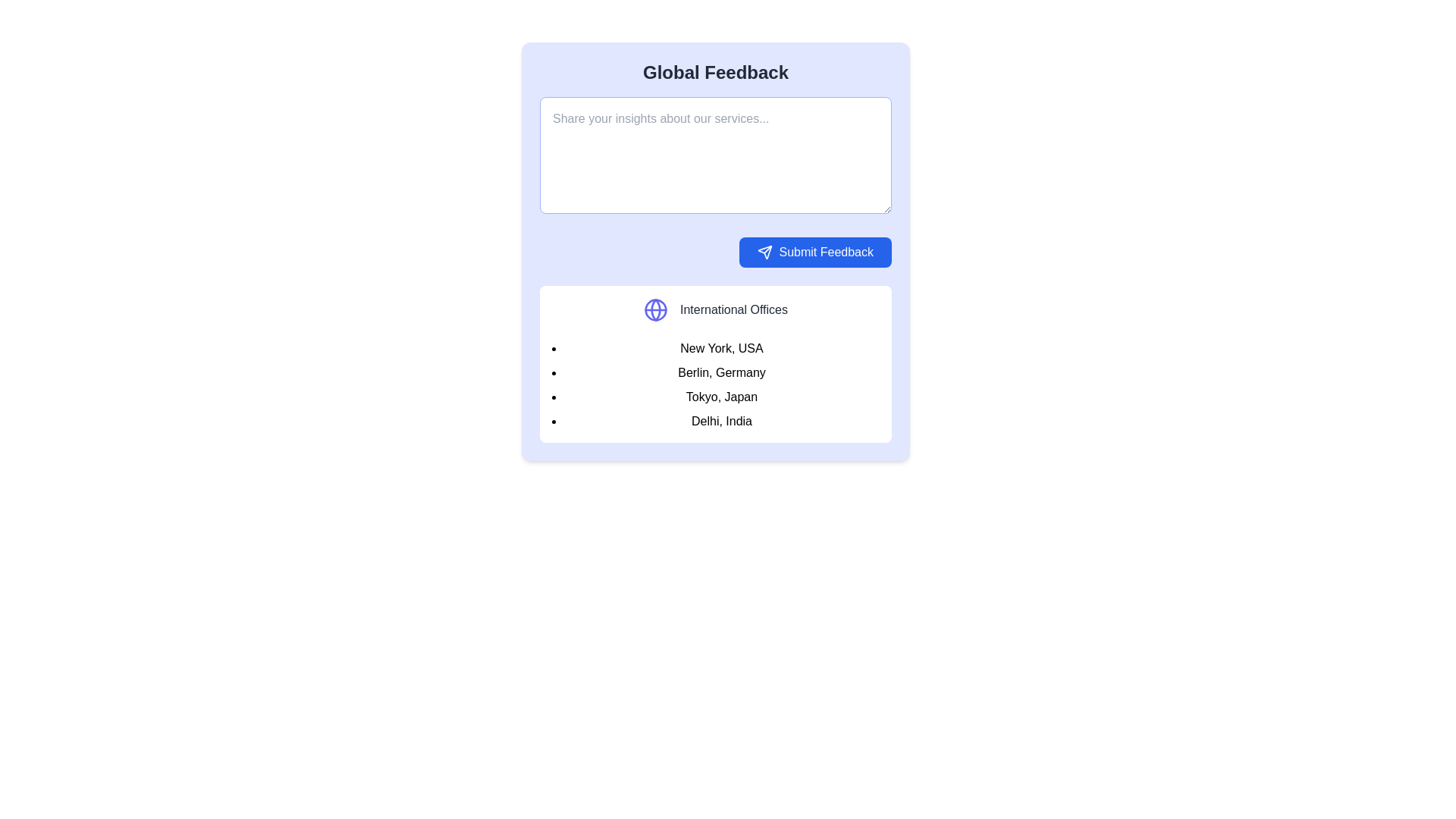 Image resolution: width=1456 pixels, height=819 pixels. Describe the element at coordinates (655, 309) in the screenshot. I see `the line element within the blue SVG icon representing international reach, located under the 'Global Feedback' header in the 'International Offices' card` at that location.